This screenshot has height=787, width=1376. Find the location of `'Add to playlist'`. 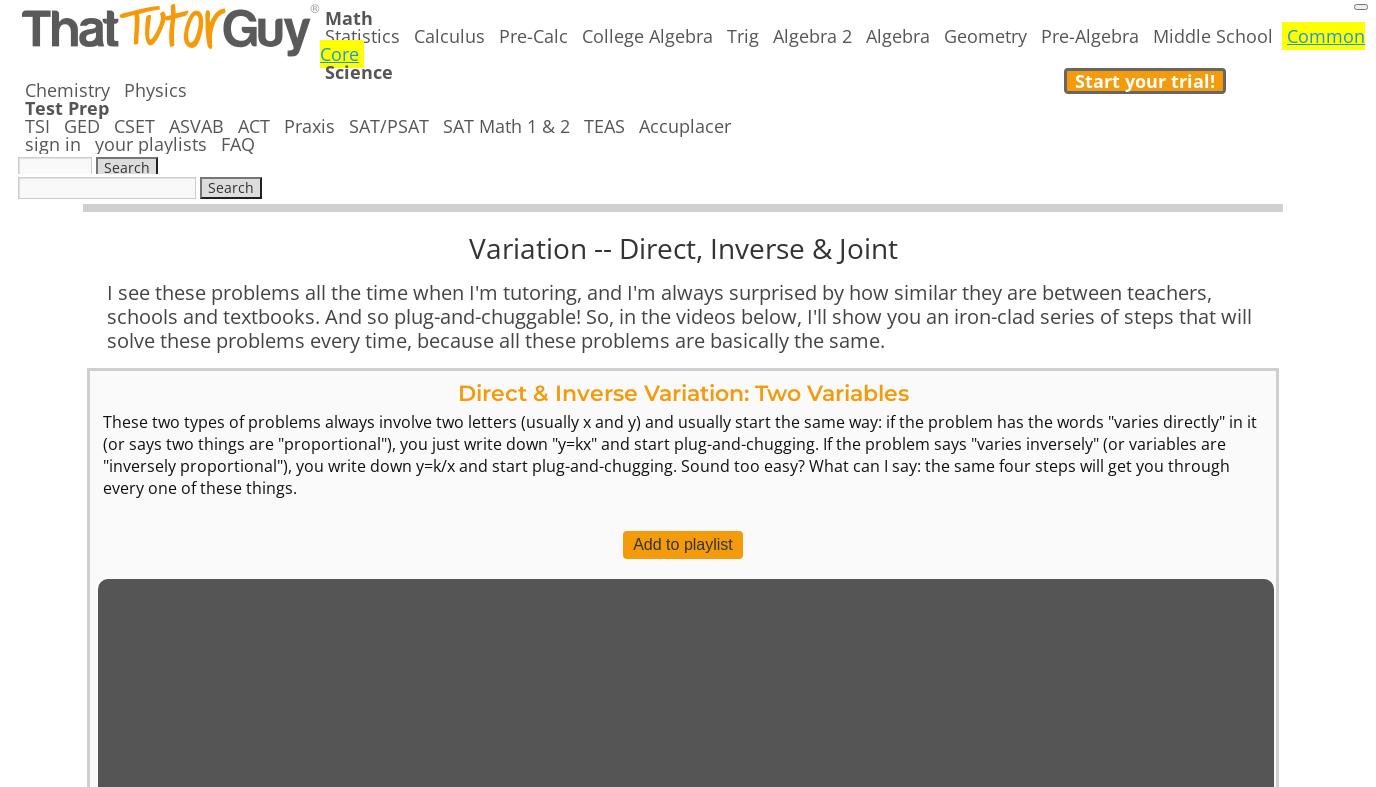

'Add to playlist' is located at coordinates (682, 542).